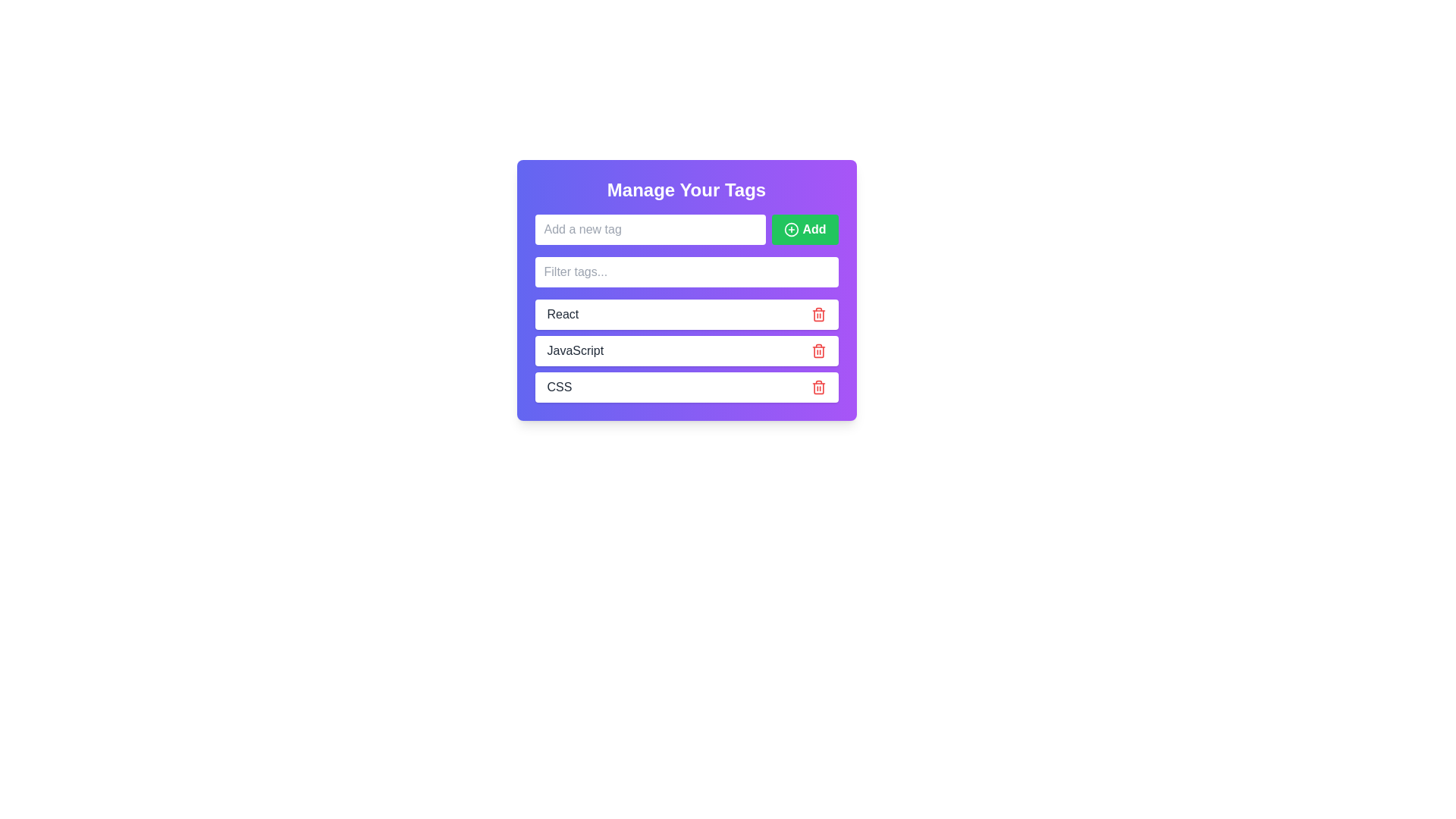 Image resolution: width=1456 pixels, height=819 pixels. I want to click on the label text that provides context for managing tags, which is positioned centrally above the input field and tag items, so click(686, 189).